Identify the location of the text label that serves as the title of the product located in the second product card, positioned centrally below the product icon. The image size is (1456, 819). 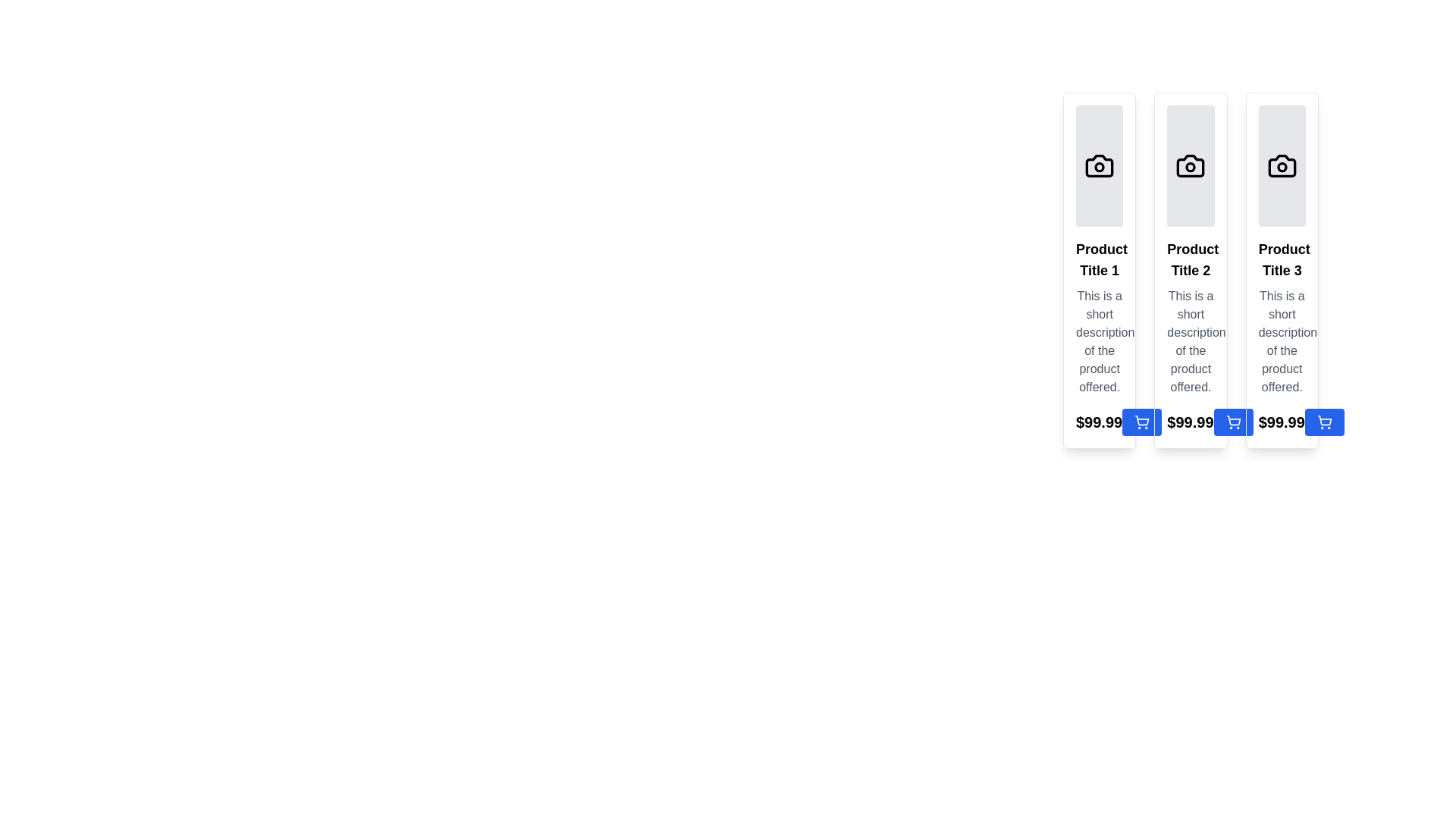
(1190, 259).